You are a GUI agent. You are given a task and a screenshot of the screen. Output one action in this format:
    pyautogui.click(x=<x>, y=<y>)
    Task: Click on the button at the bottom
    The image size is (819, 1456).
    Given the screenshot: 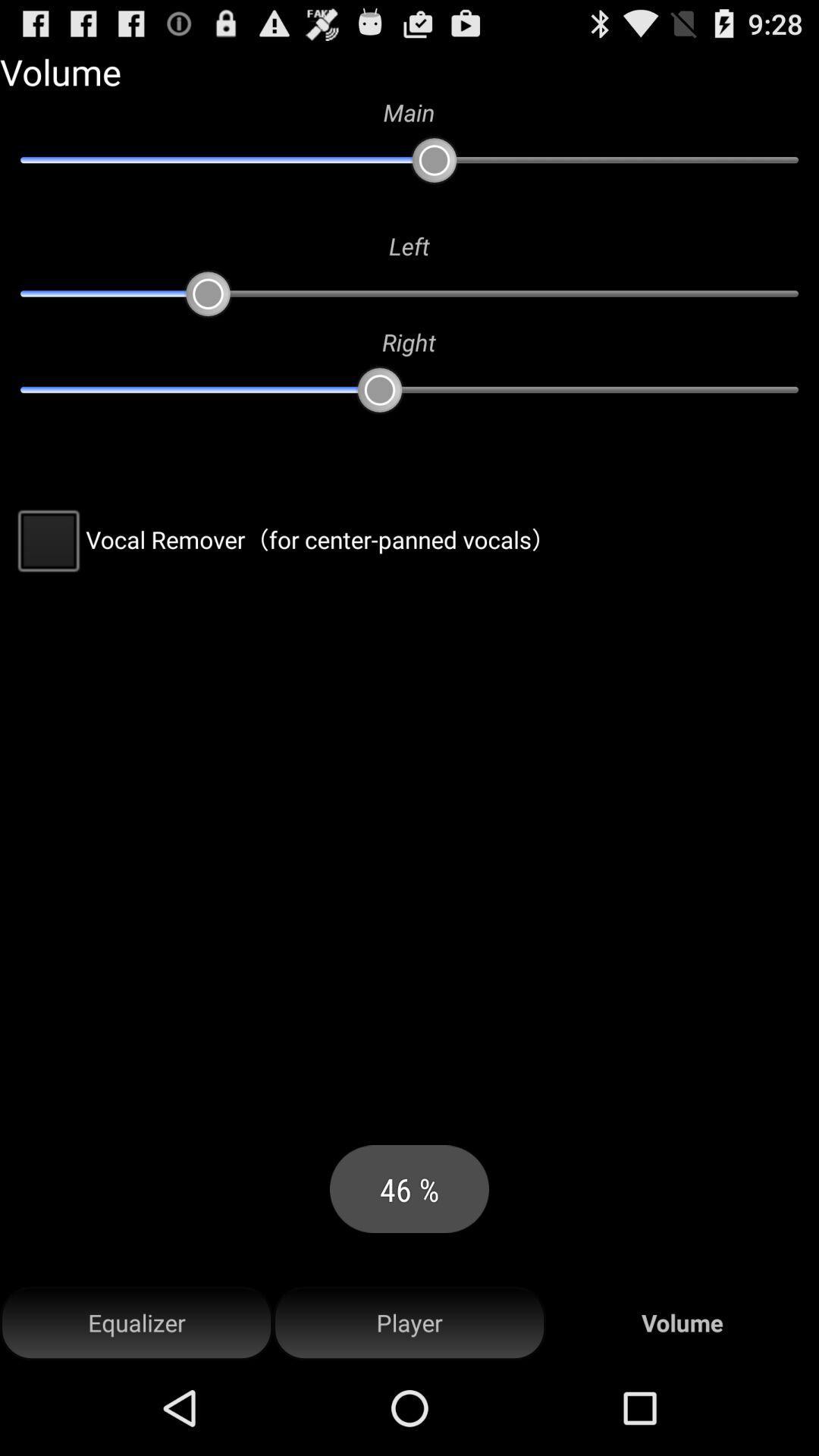 What is the action you would take?
    pyautogui.click(x=409, y=1323)
    